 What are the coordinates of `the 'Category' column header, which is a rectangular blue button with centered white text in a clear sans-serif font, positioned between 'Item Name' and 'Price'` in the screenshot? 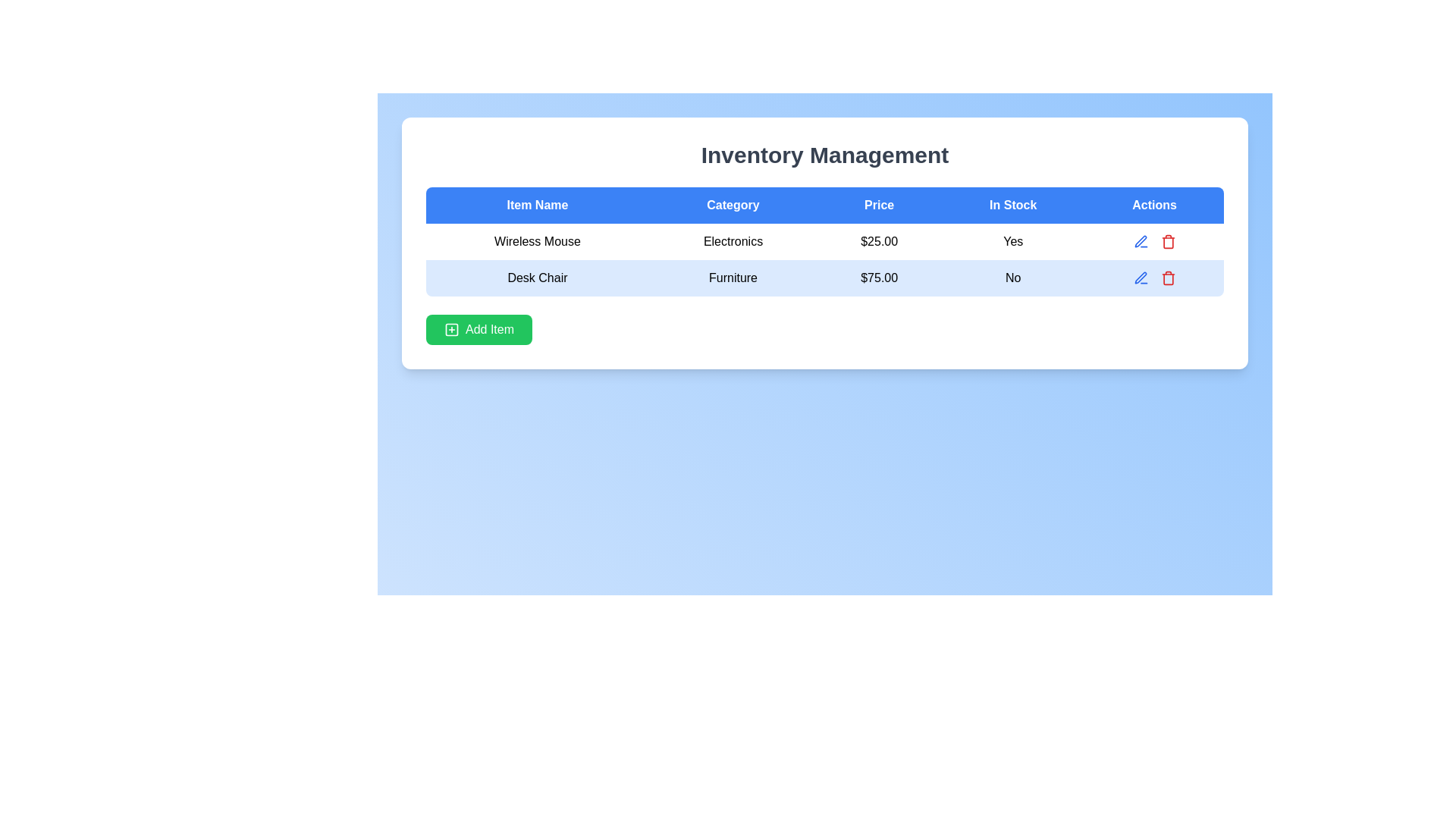 It's located at (733, 205).